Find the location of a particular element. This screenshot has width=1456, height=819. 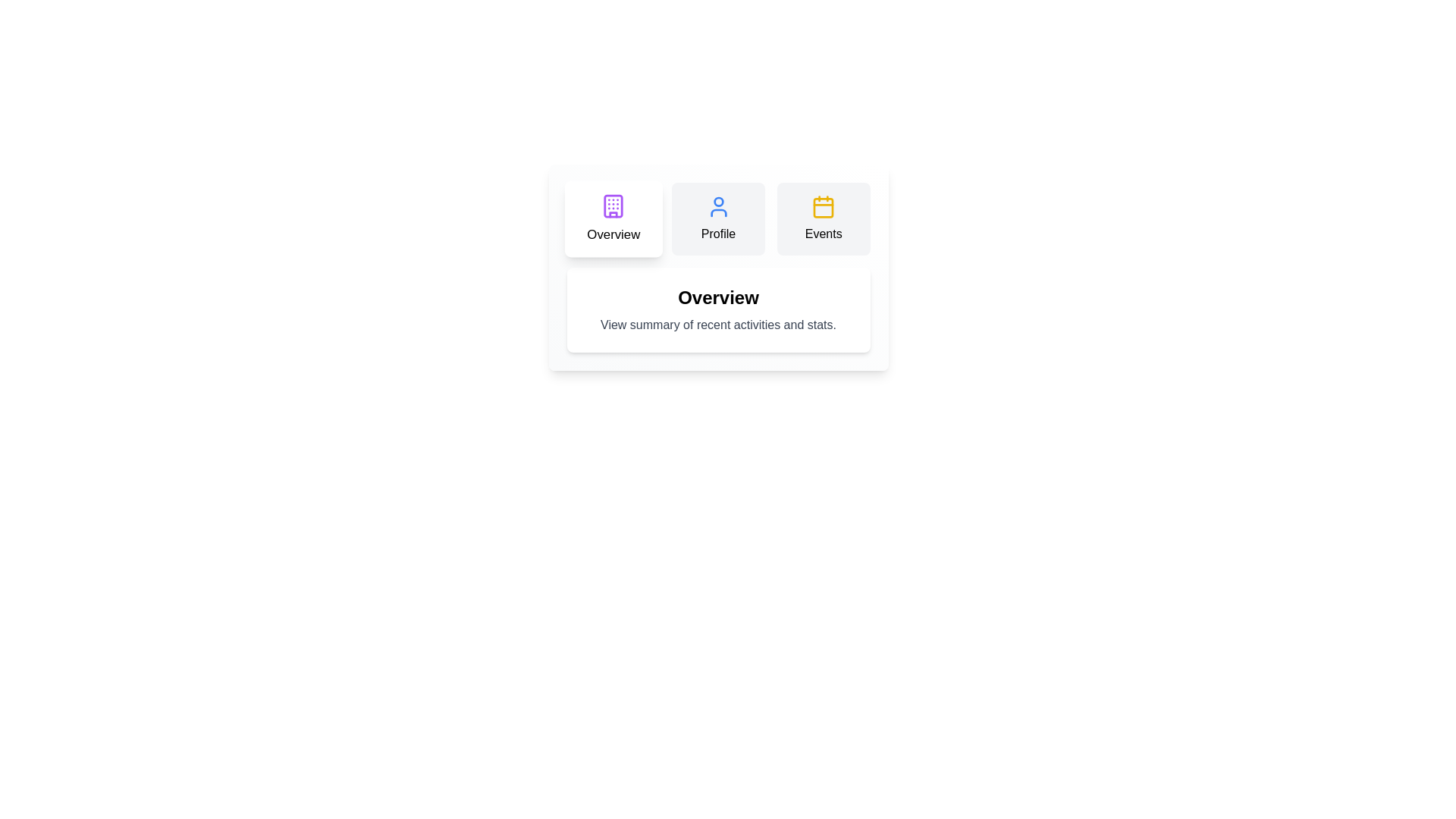

the tab button labeled Profile to switch to the corresponding tab is located at coordinates (717, 219).